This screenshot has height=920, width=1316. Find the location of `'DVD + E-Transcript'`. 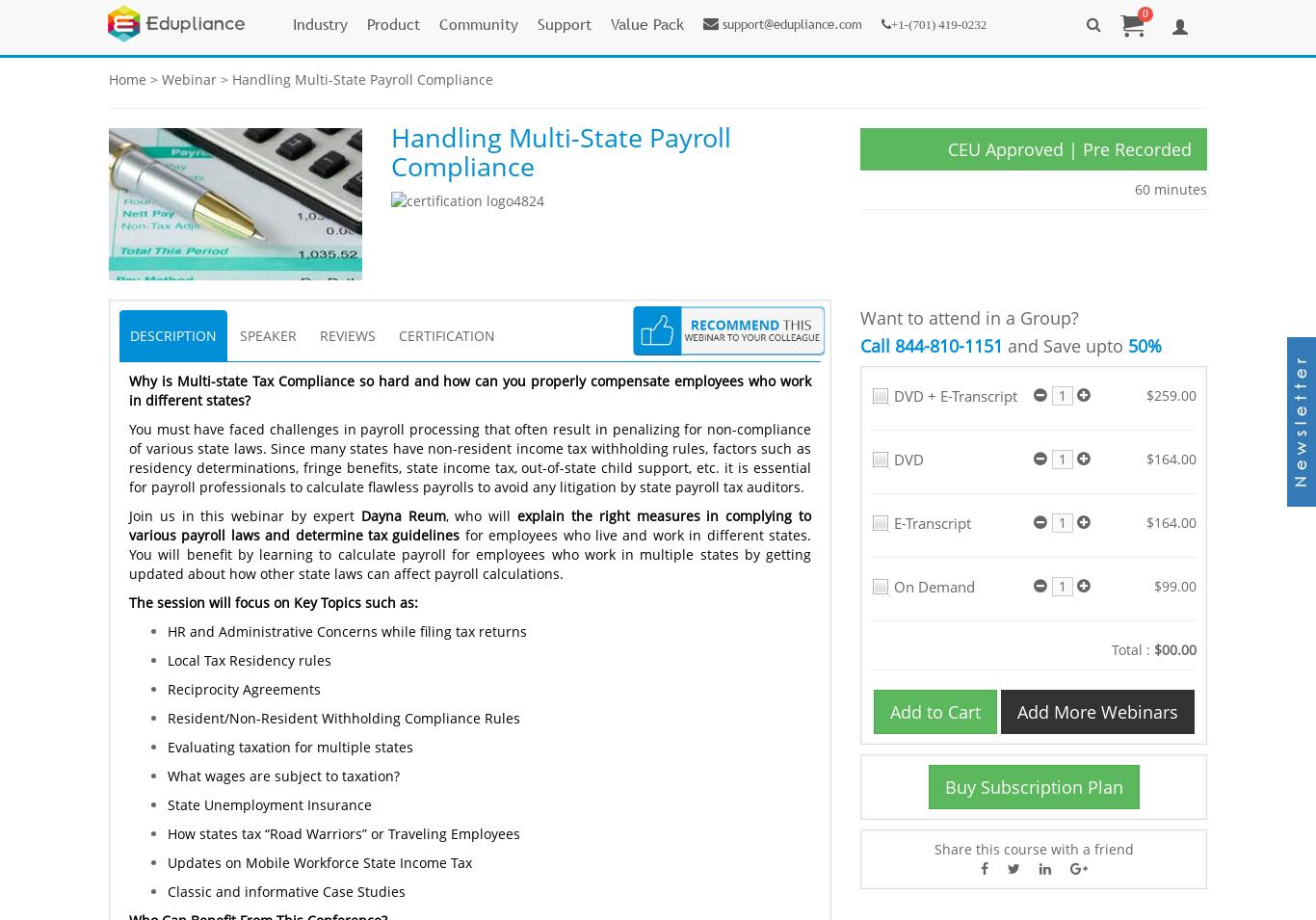

'DVD + E-Transcript' is located at coordinates (955, 395).